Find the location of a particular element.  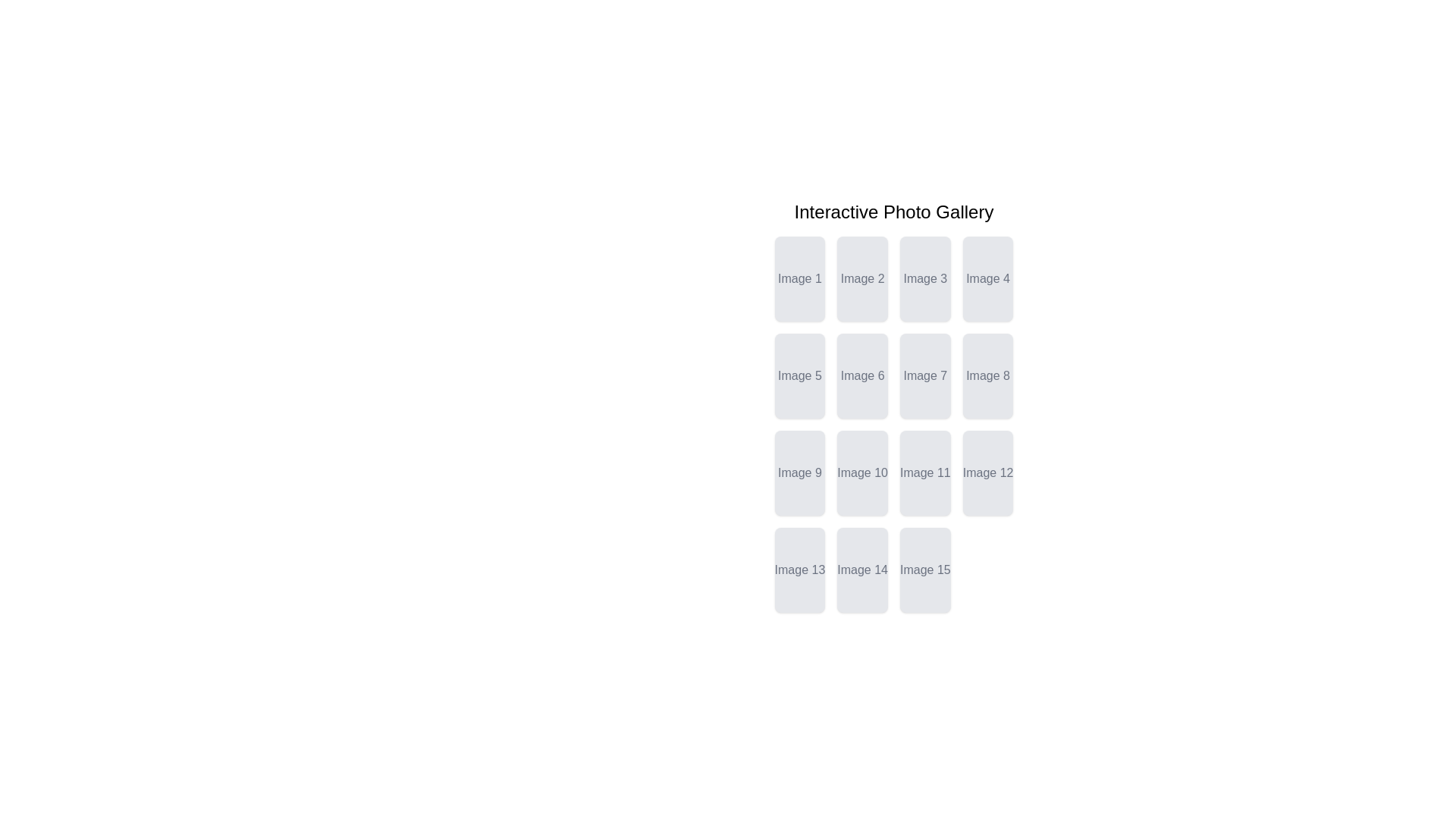

the rectangular 'Comment' button with a blue background and rounded corners is located at coordinates (924, 596).